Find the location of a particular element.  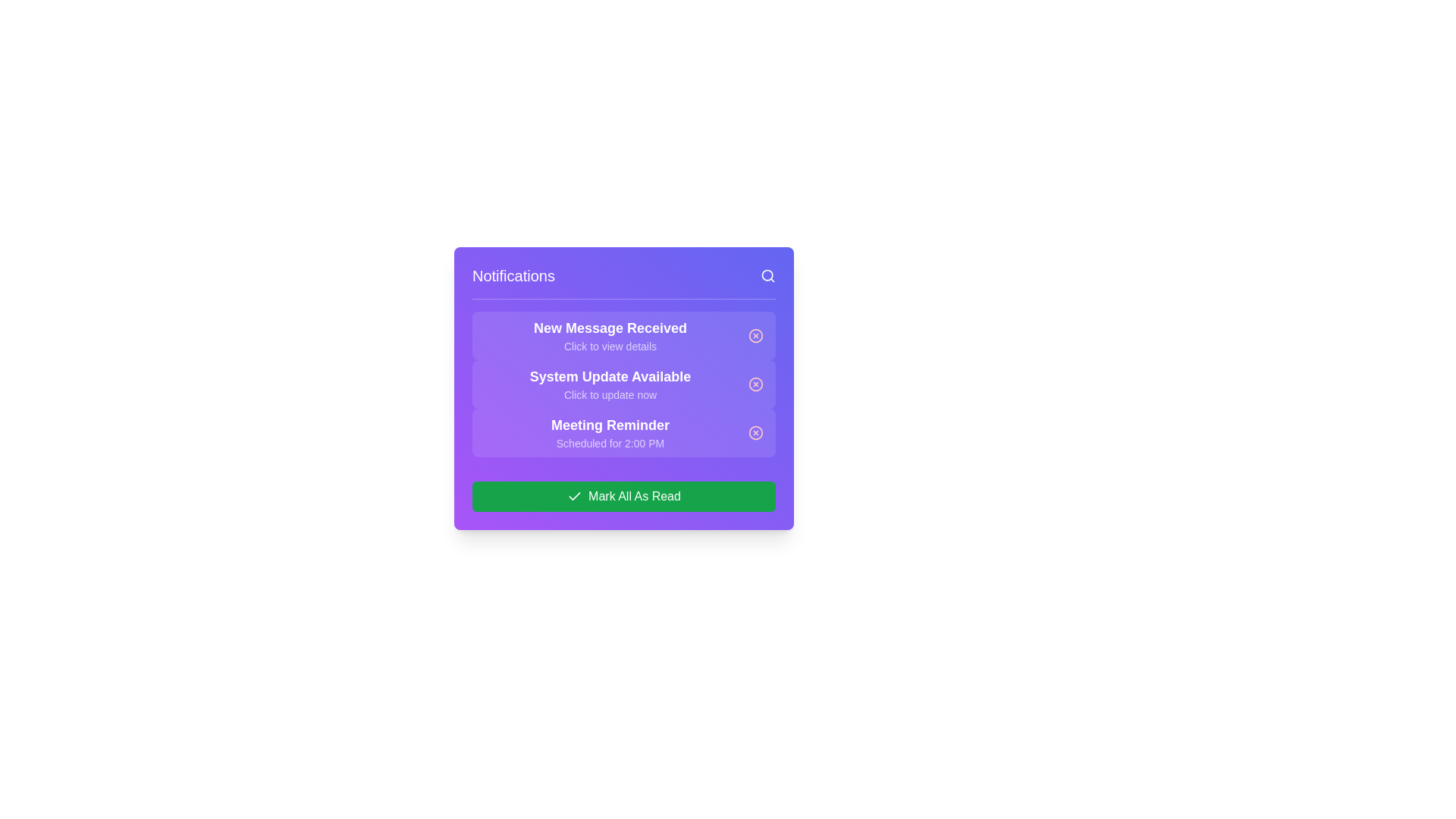

the dismiss icon button located on the far-right side of the 'Meeting Reminder' notification is located at coordinates (756, 432).